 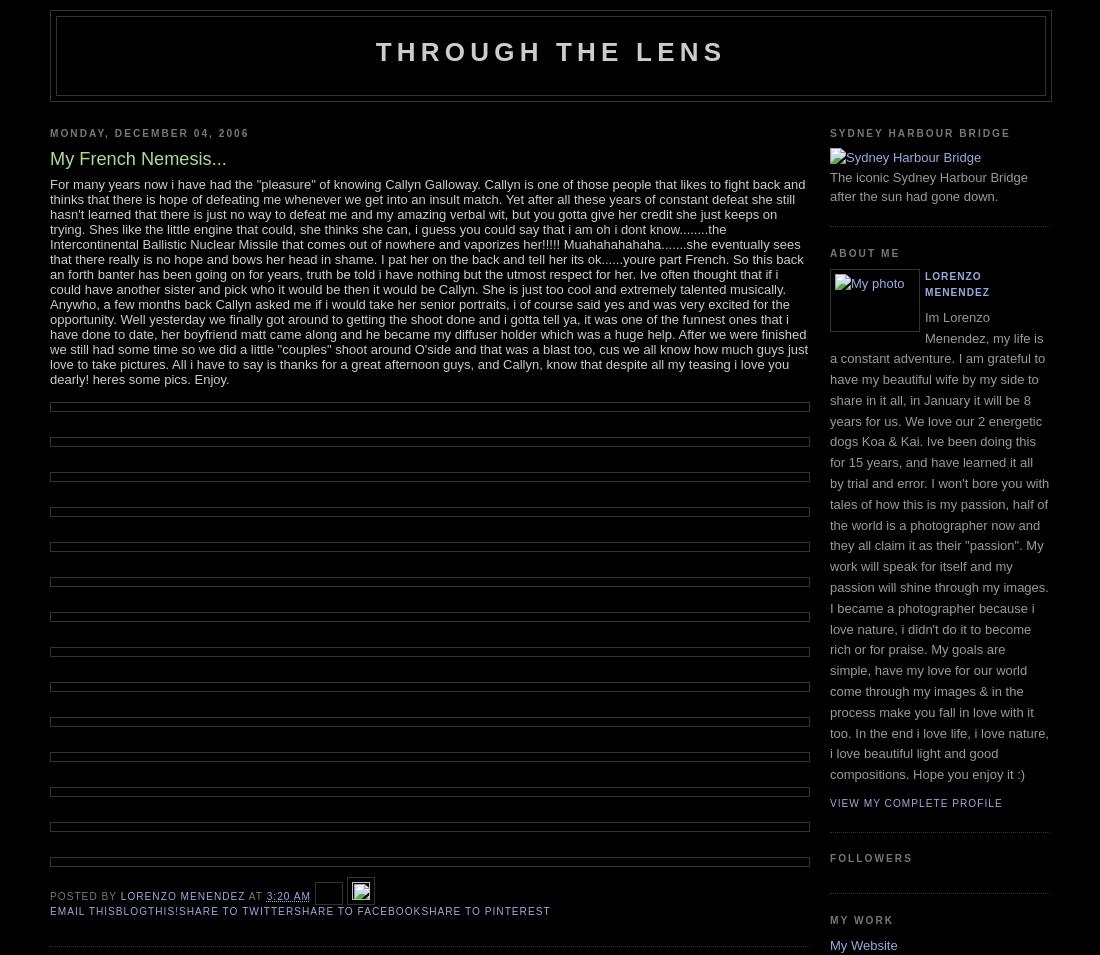 I want to click on 'at', so click(x=256, y=895).